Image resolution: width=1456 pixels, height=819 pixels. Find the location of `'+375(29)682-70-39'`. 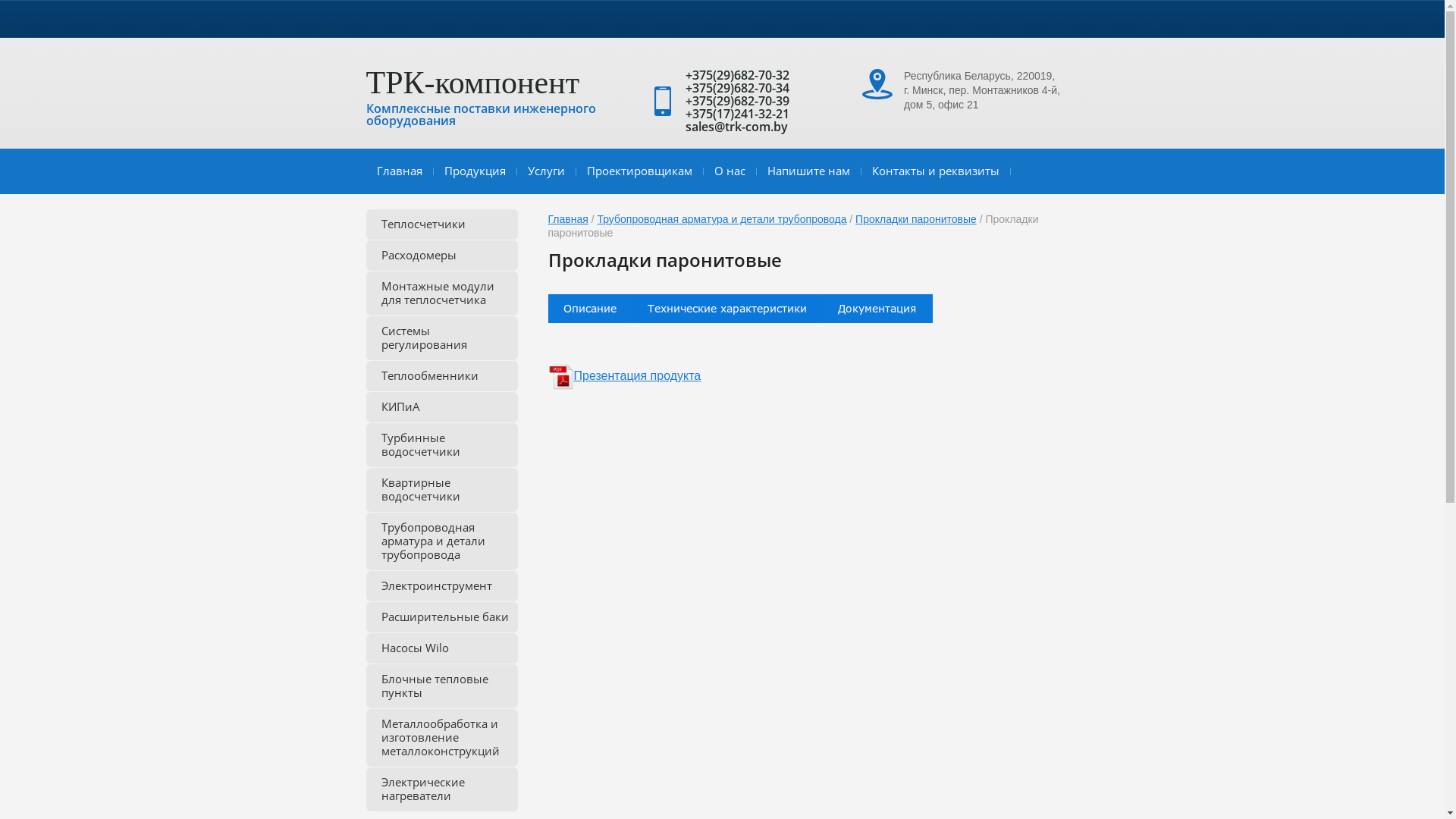

'+375(29)682-70-39' is located at coordinates (737, 100).